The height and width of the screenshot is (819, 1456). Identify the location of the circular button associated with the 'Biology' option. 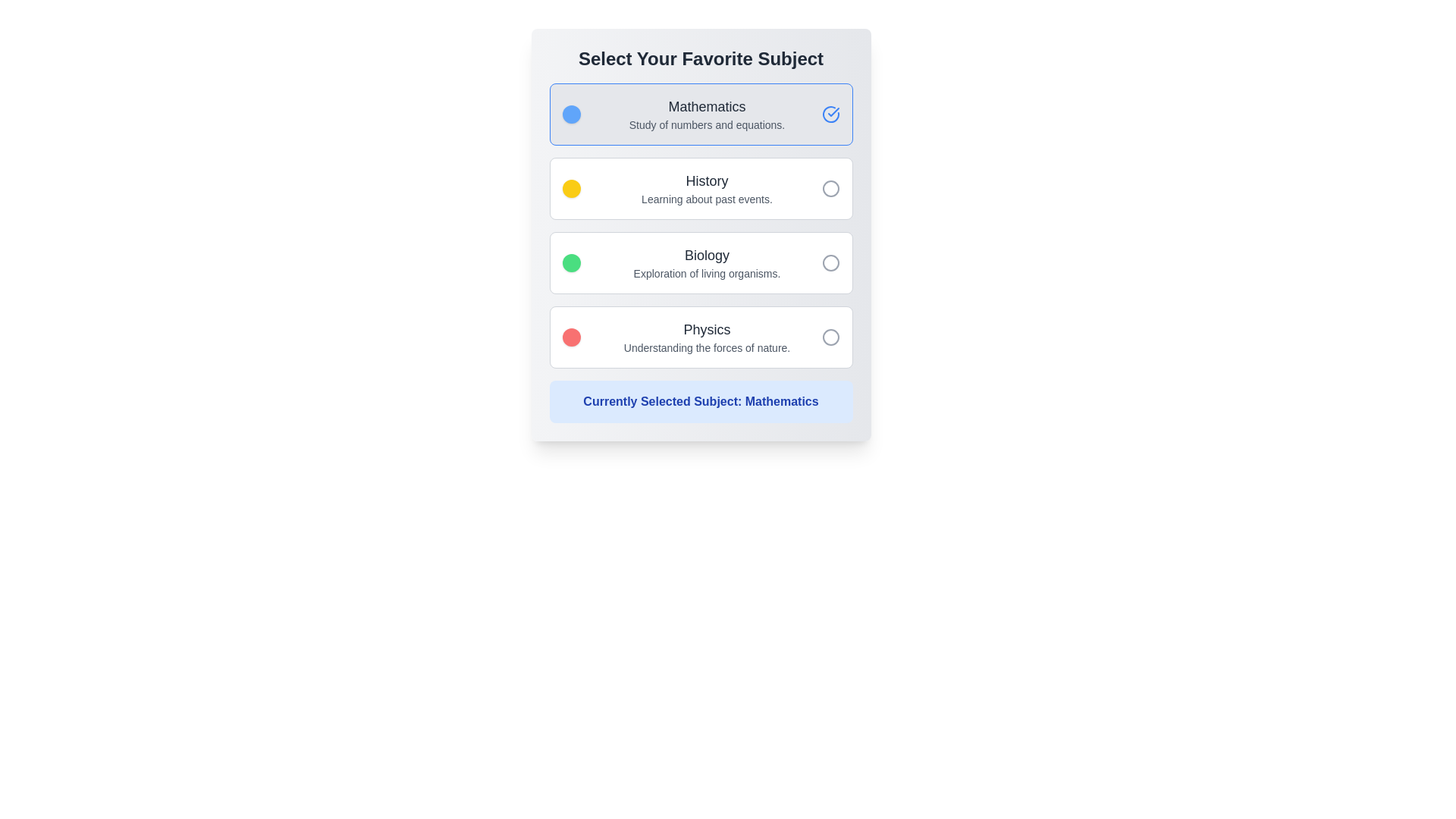
(830, 262).